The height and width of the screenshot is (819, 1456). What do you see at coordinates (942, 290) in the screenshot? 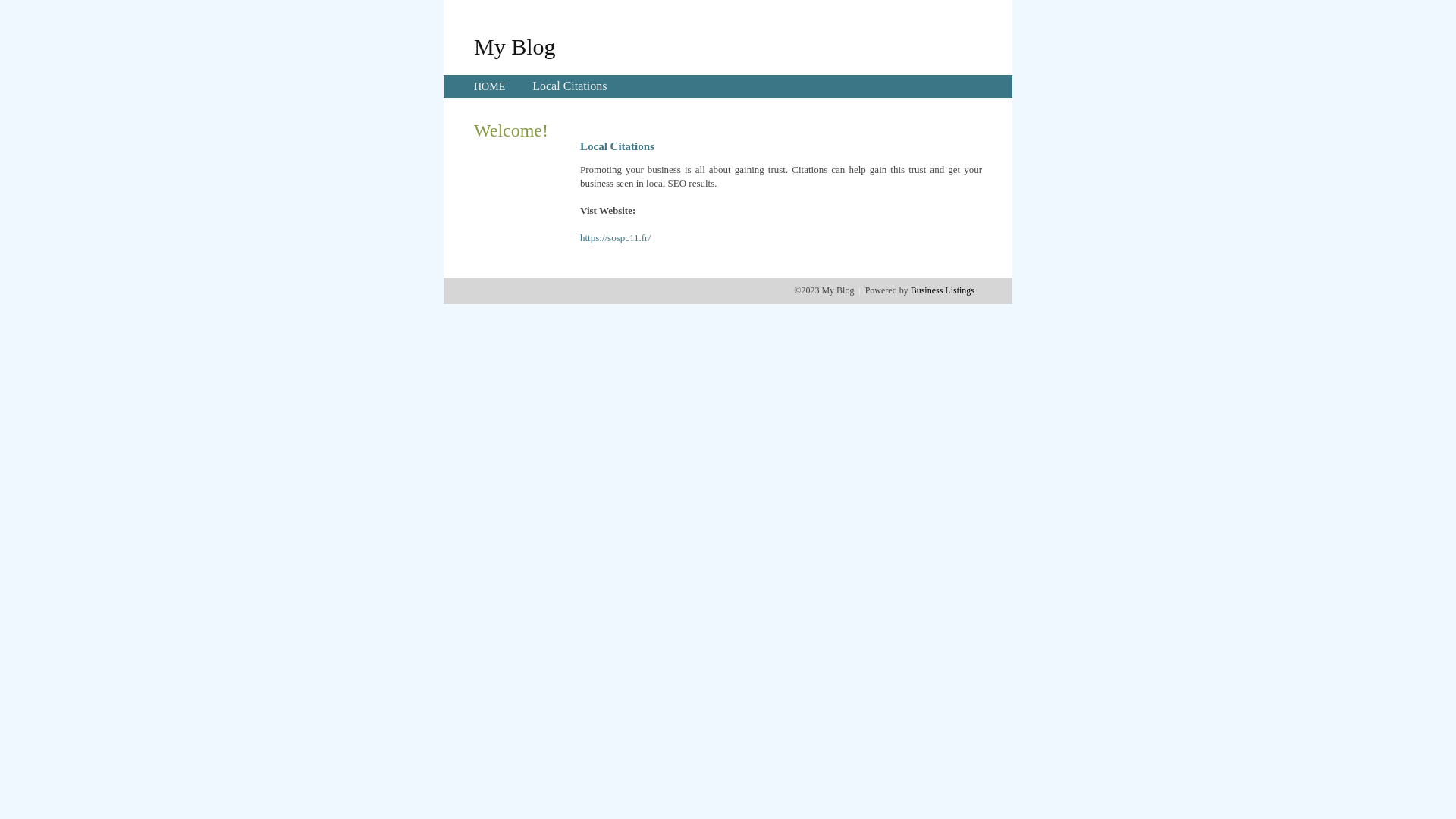
I see `'Business Listings'` at bounding box center [942, 290].